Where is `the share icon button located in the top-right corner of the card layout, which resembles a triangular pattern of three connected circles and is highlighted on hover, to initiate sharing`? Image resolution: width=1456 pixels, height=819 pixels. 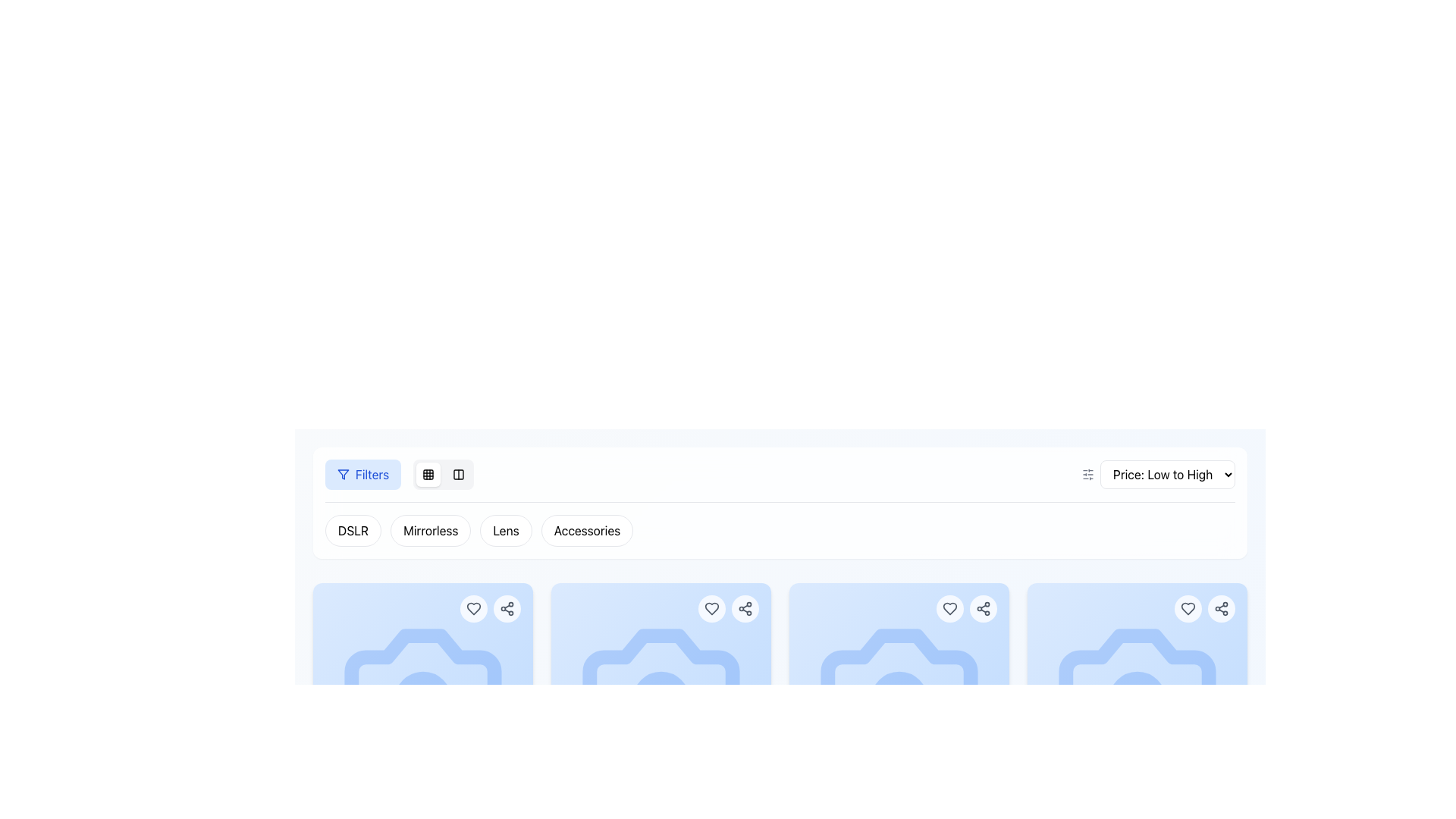
the share icon button located in the top-right corner of the card layout, which resembles a triangular pattern of three connected circles and is highlighted on hover, to initiate sharing is located at coordinates (1222, 607).